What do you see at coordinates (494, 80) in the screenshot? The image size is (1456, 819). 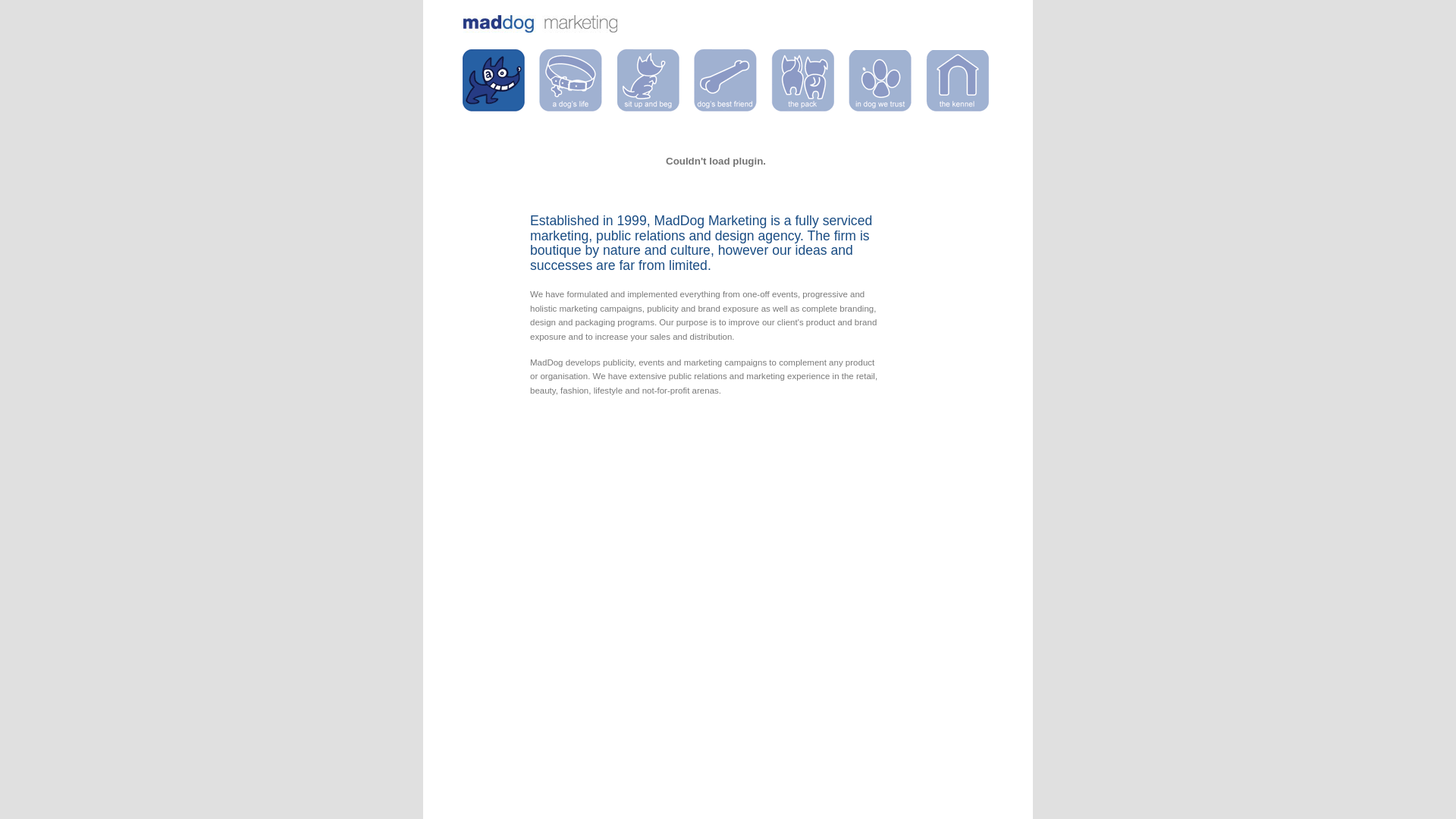 I see `' '` at bounding box center [494, 80].